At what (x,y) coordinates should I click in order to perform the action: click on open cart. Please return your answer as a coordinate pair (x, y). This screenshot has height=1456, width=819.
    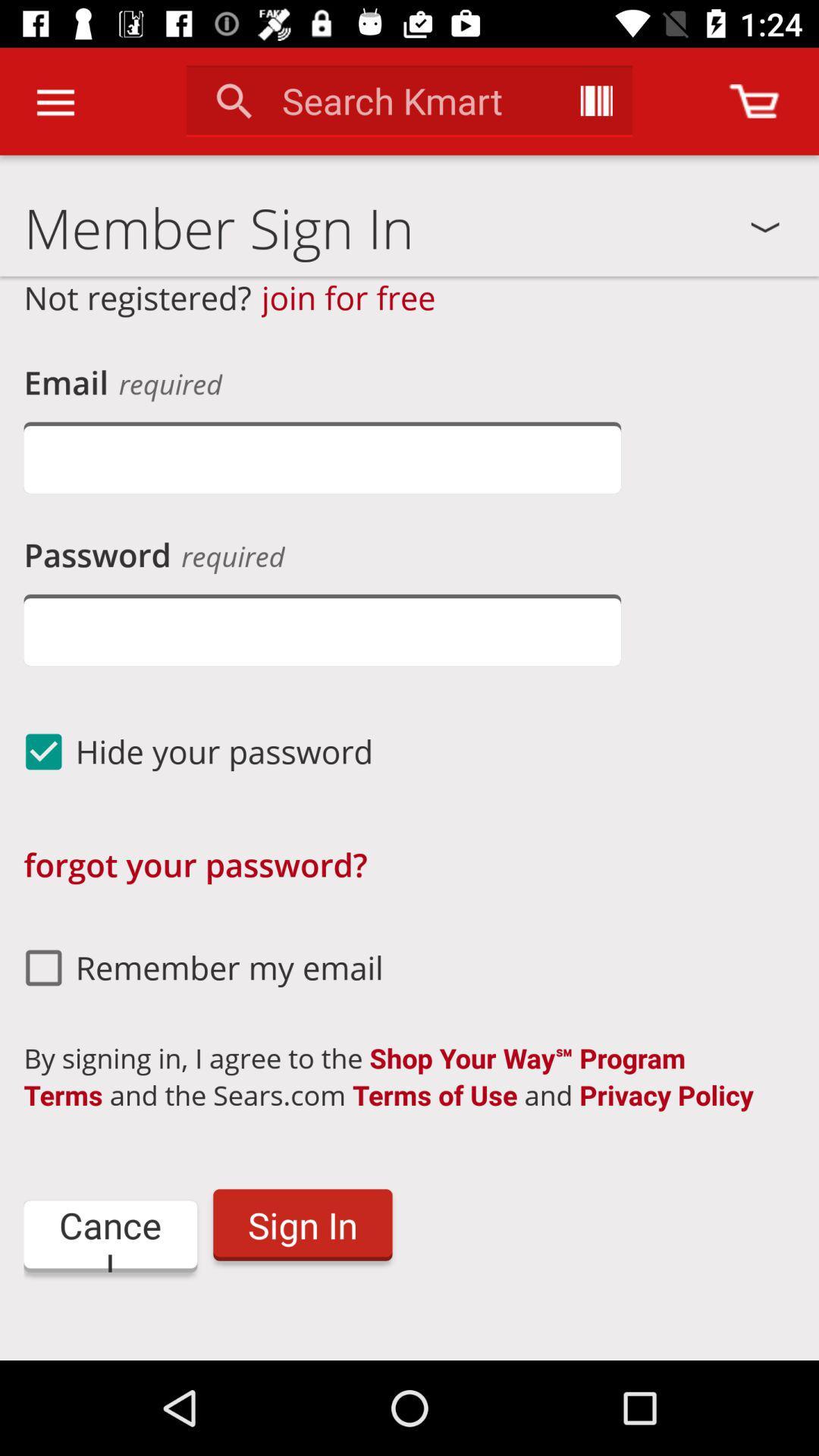
    Looking at the image, I should click on (754, 100).